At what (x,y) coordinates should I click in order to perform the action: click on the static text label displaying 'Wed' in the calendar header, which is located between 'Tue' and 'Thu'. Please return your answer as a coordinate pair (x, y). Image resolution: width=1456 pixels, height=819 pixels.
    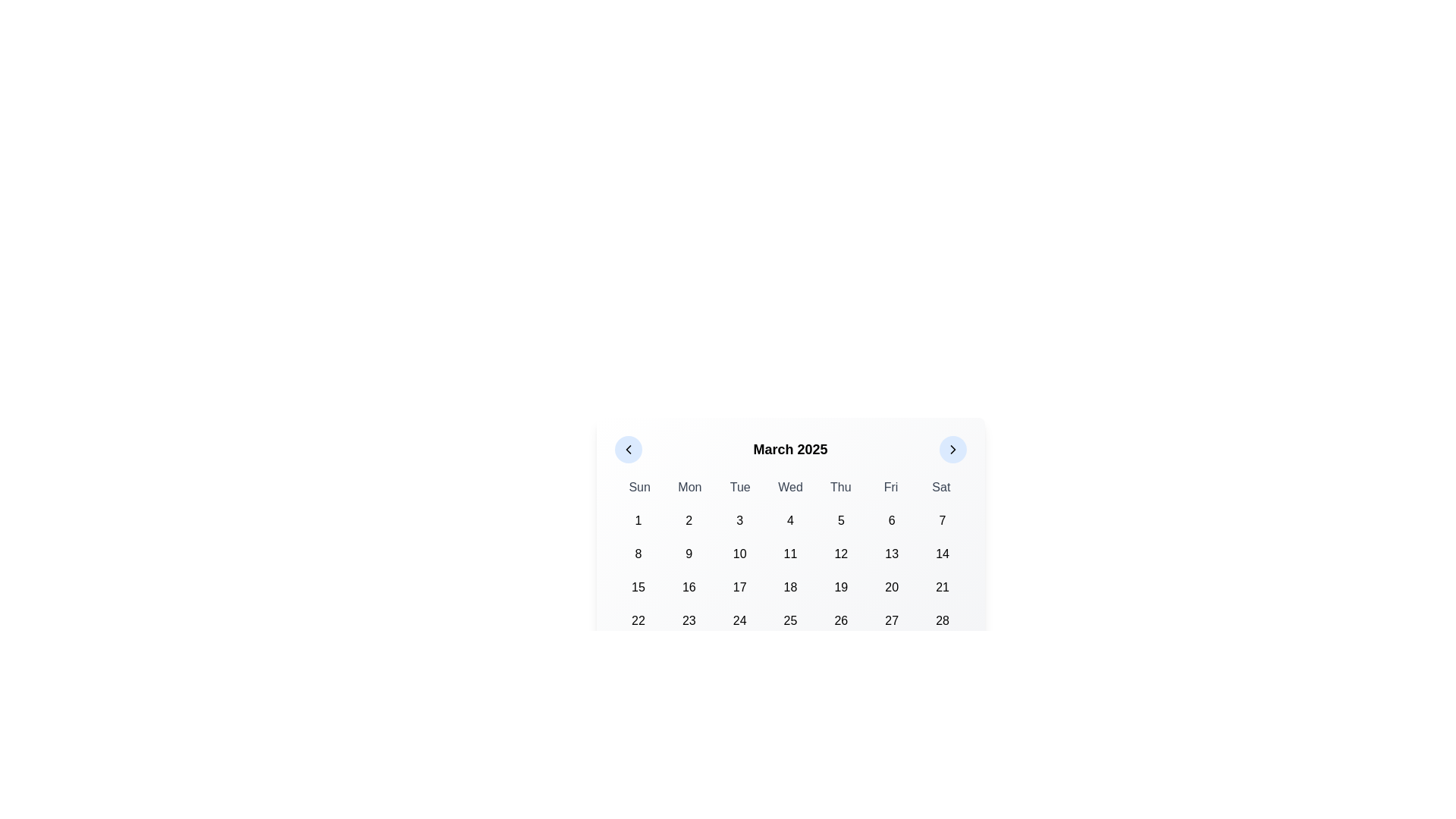
    Looking at the image, I should click on (789, 488).